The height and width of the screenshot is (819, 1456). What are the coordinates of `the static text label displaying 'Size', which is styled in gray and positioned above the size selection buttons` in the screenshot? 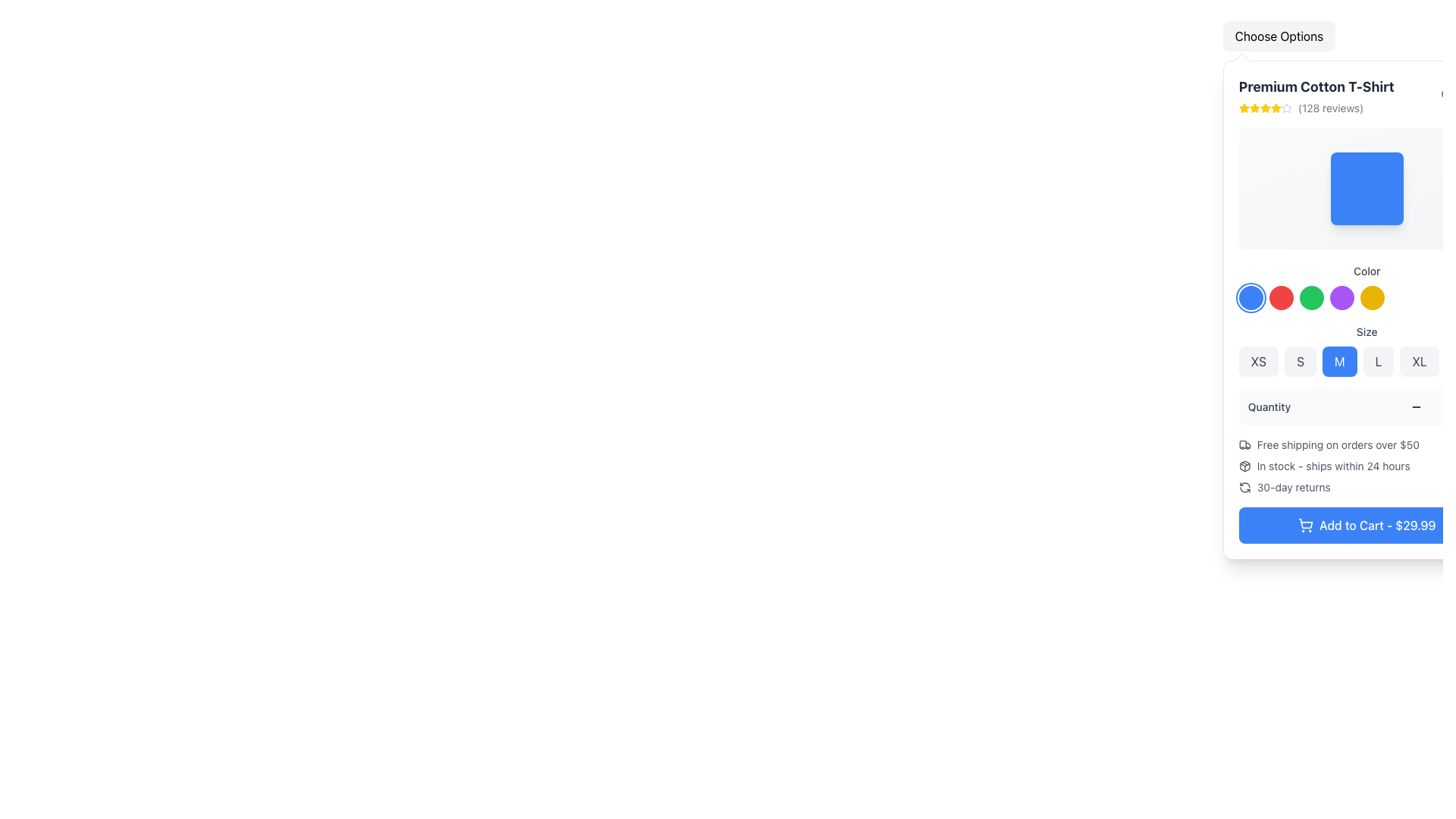 It's located at (1367, 331).